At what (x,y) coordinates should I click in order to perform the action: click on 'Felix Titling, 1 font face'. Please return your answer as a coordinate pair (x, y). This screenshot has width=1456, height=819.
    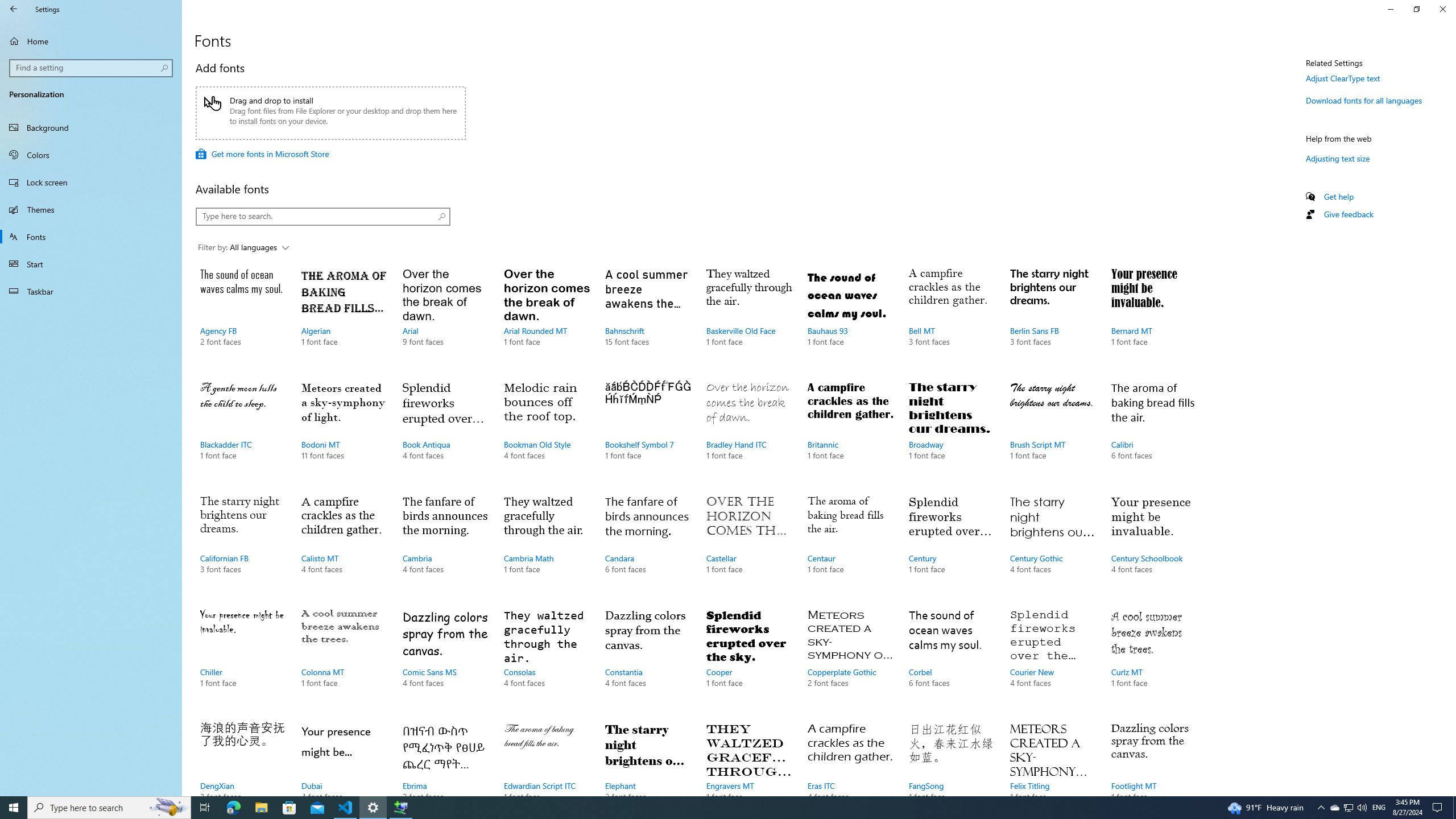
    Looking at the image, I should click on (1052, 755).